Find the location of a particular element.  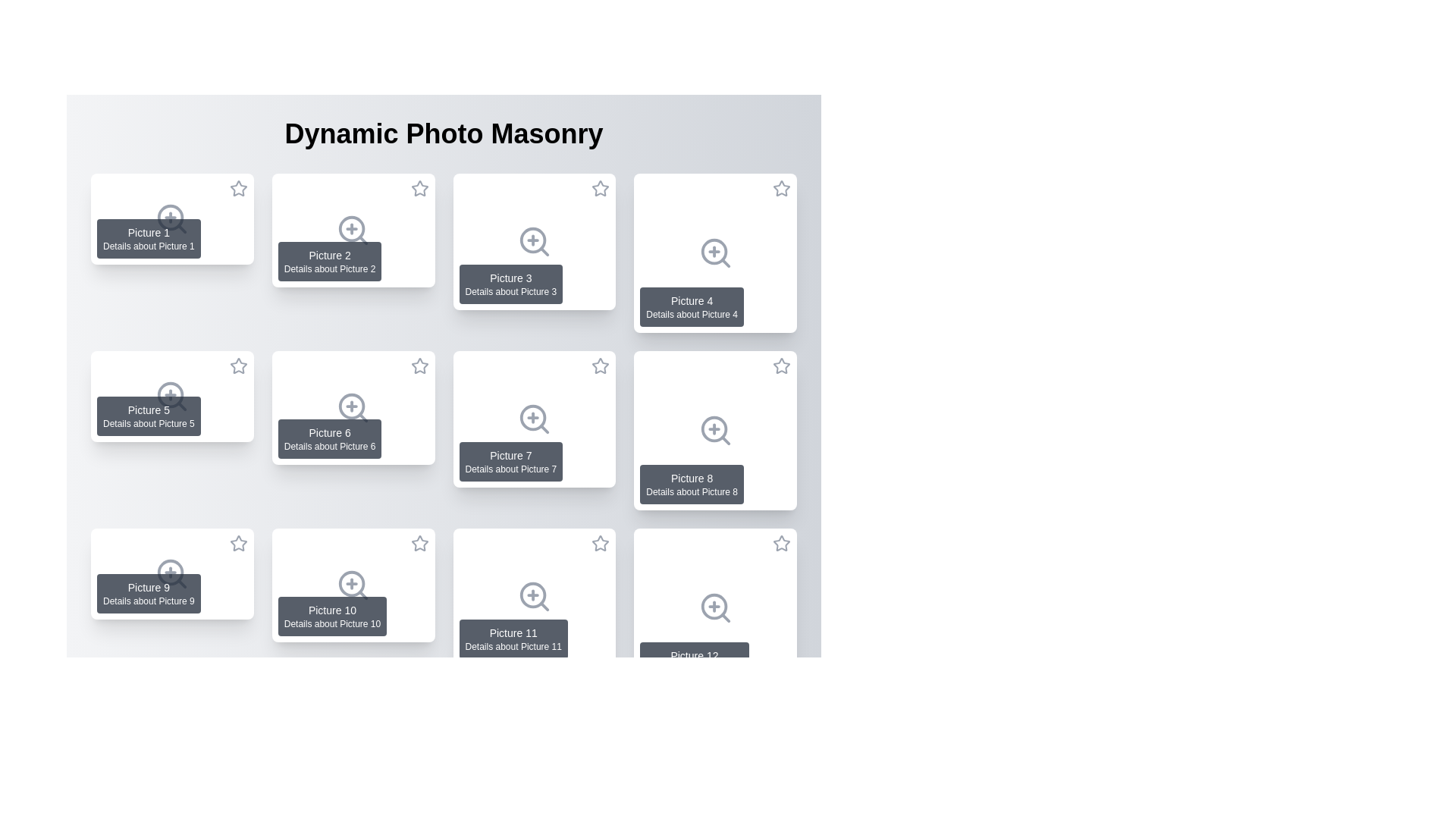

the Card component representing 'Picture 11' in the photo gallery for rearrangement is located at coordinates (534, 595).